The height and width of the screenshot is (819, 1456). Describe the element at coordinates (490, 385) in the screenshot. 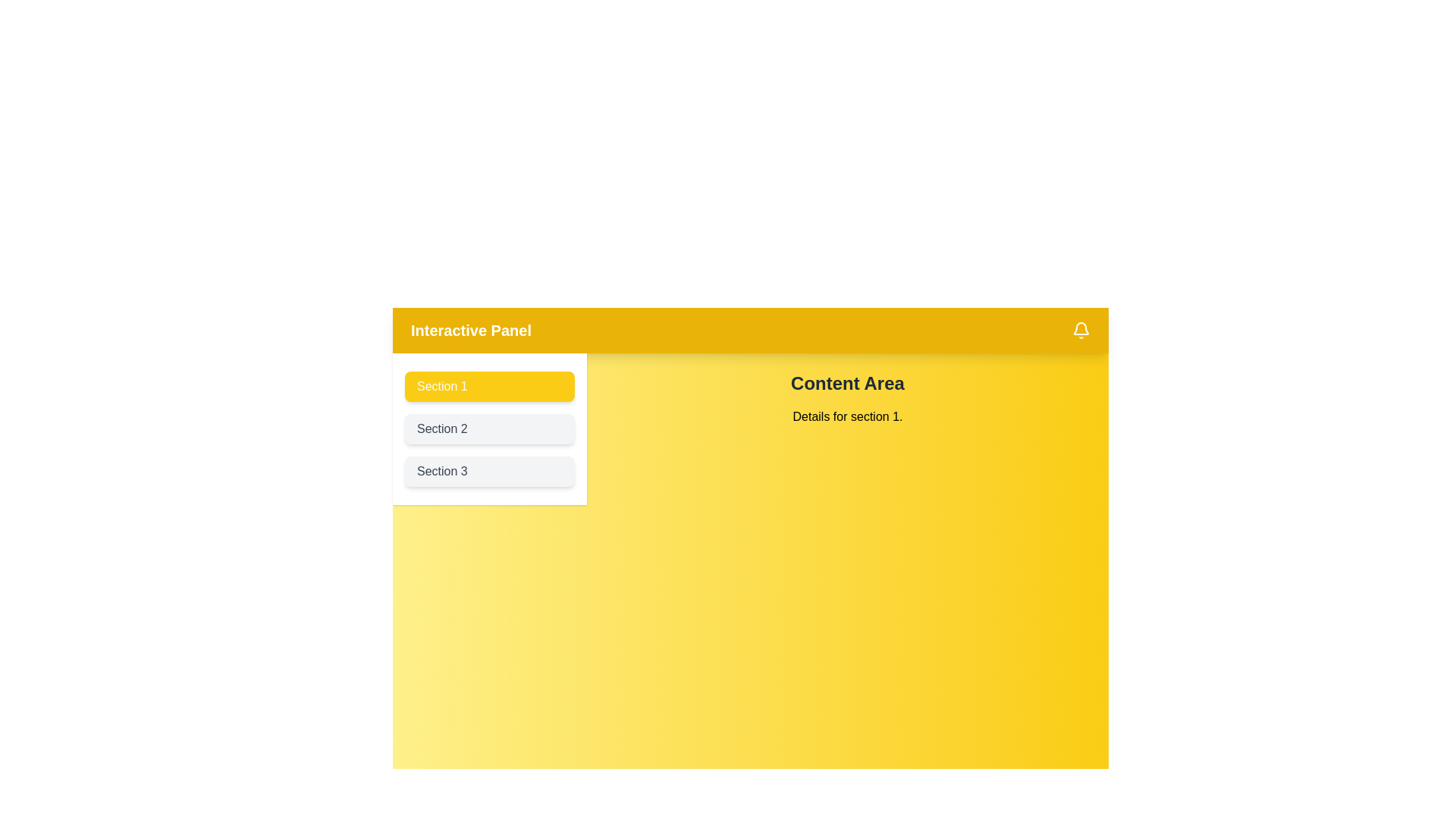

I see `the first button in the vertical list labeled 'Section 1' with a bright yellow background` at that location.